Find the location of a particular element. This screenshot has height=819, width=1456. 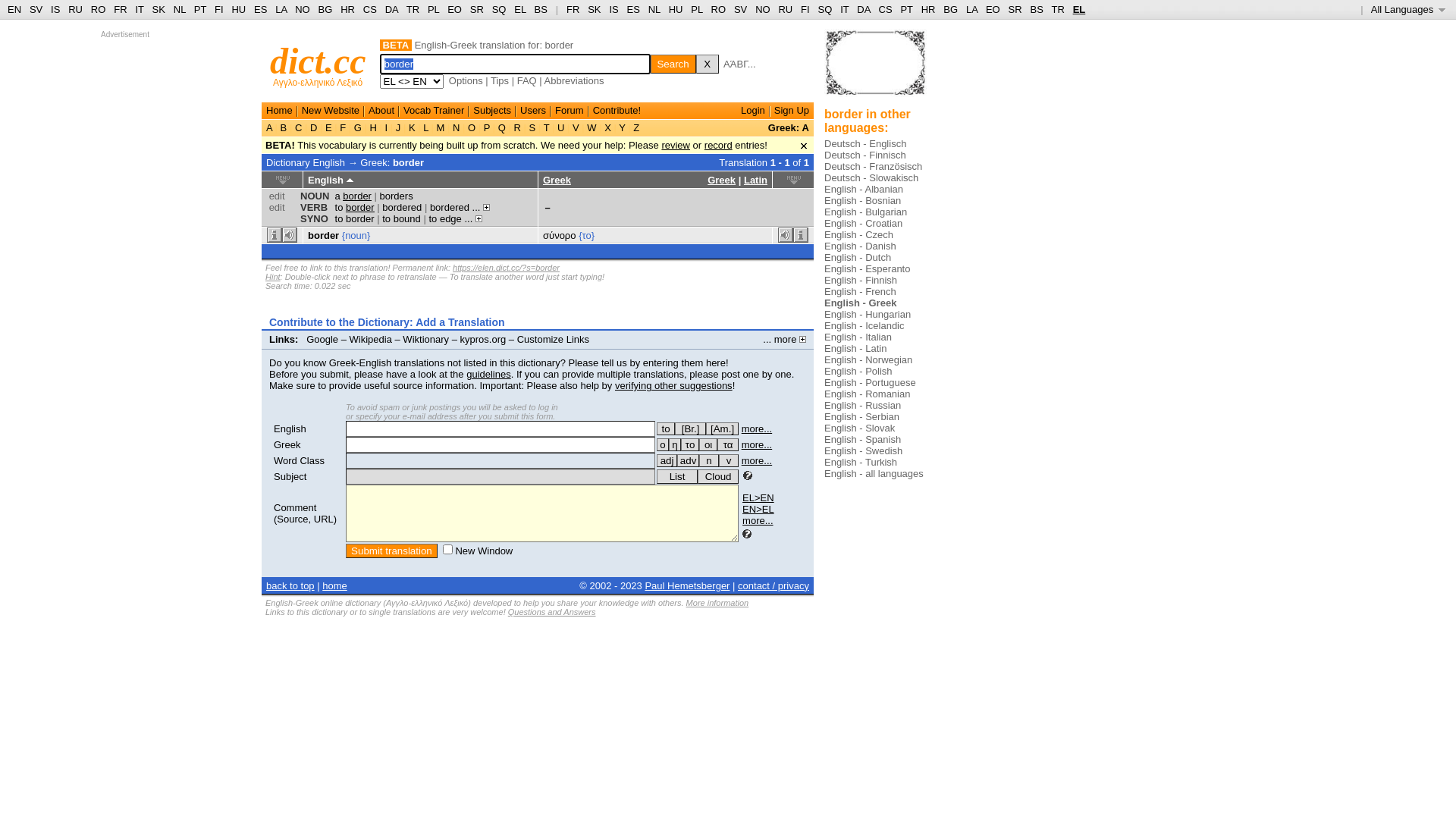

'C' is located at coordinates (298, 127).